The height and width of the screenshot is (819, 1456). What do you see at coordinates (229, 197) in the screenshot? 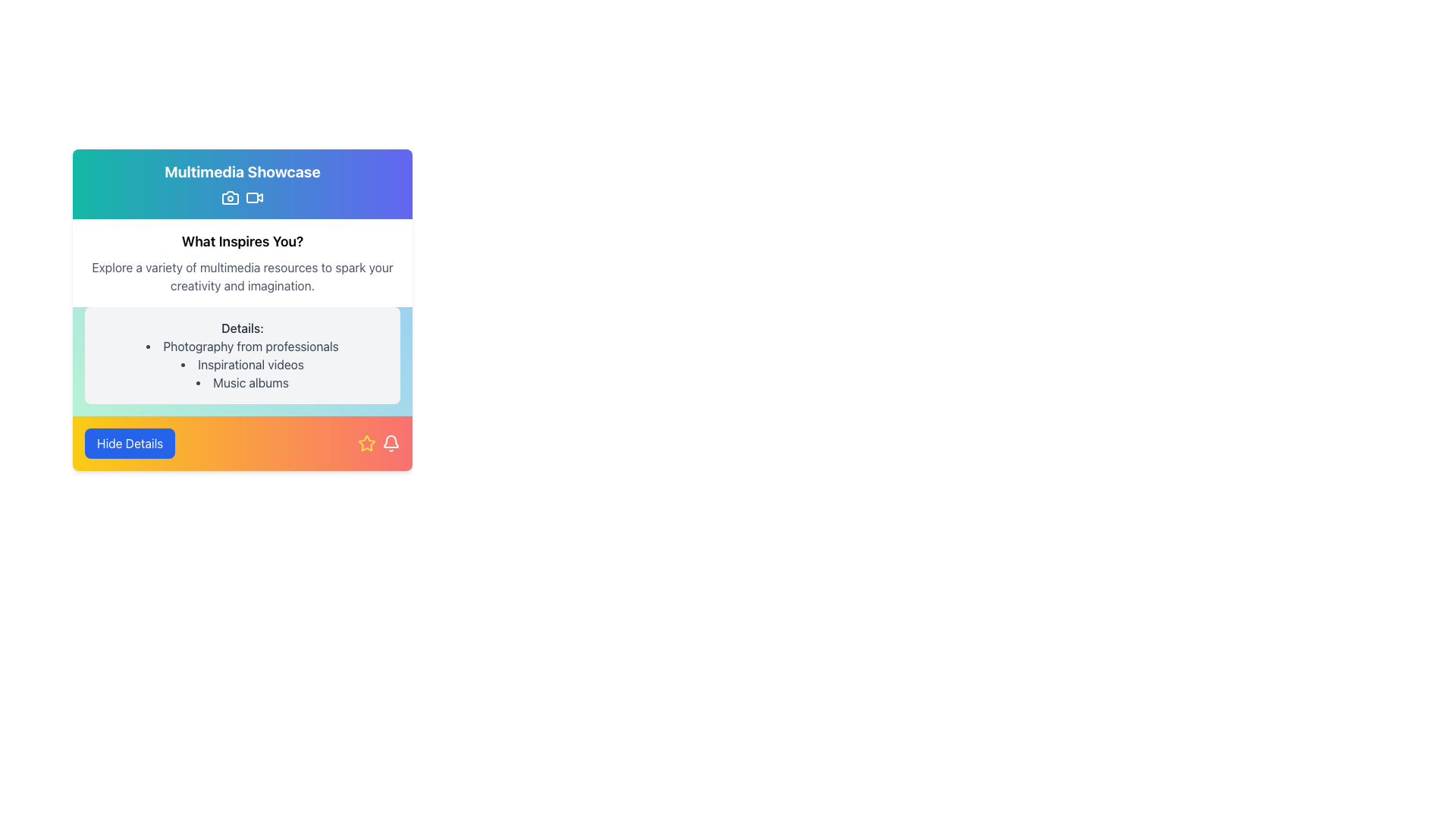
I see `the camera icon located to the left in the horizontal icon group under the 'Multimedia Showcase' title` at bounding box center [229, 197].